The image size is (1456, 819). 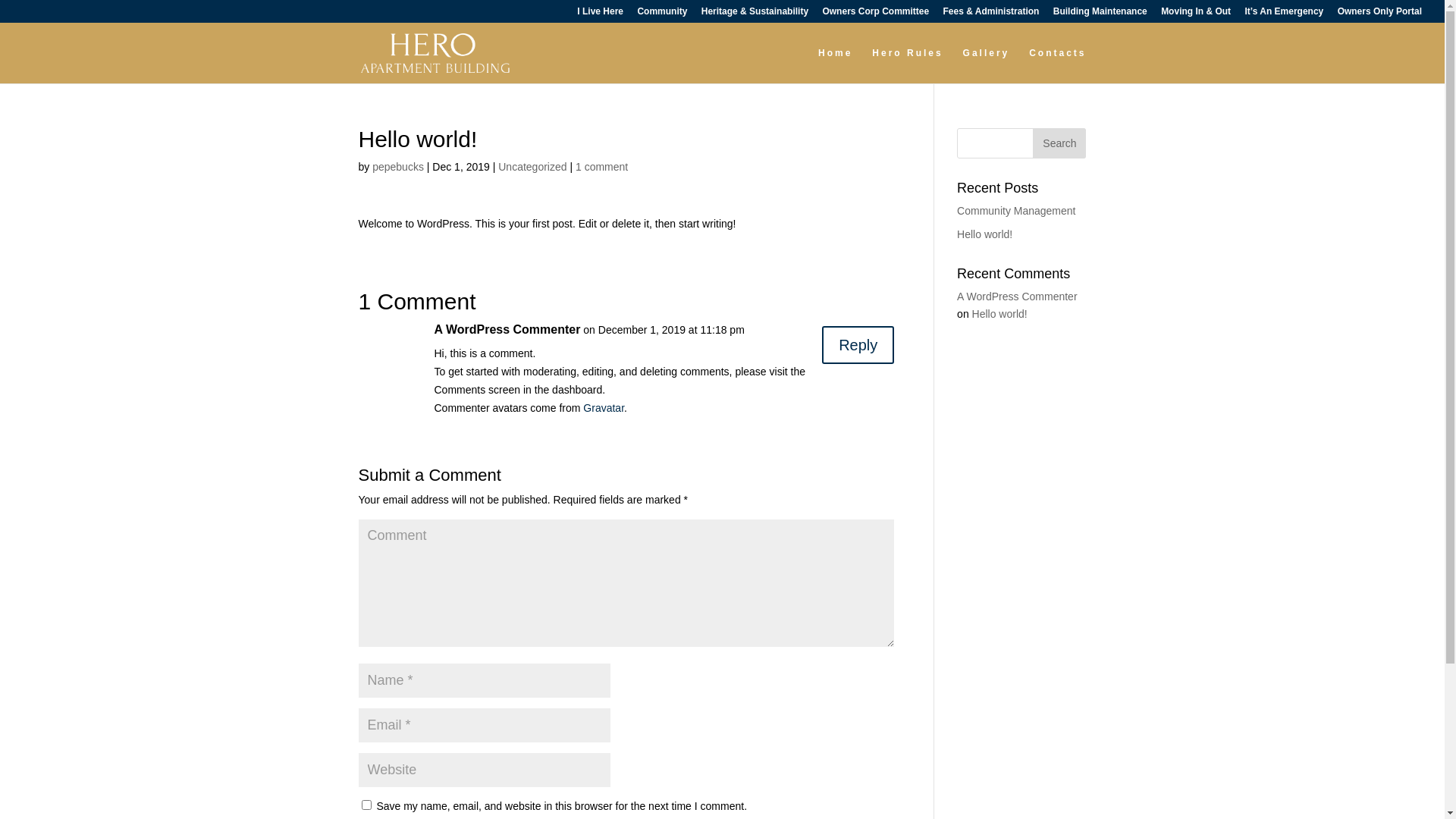 I want to click on 'Community Management', so click(x=956, y=210).